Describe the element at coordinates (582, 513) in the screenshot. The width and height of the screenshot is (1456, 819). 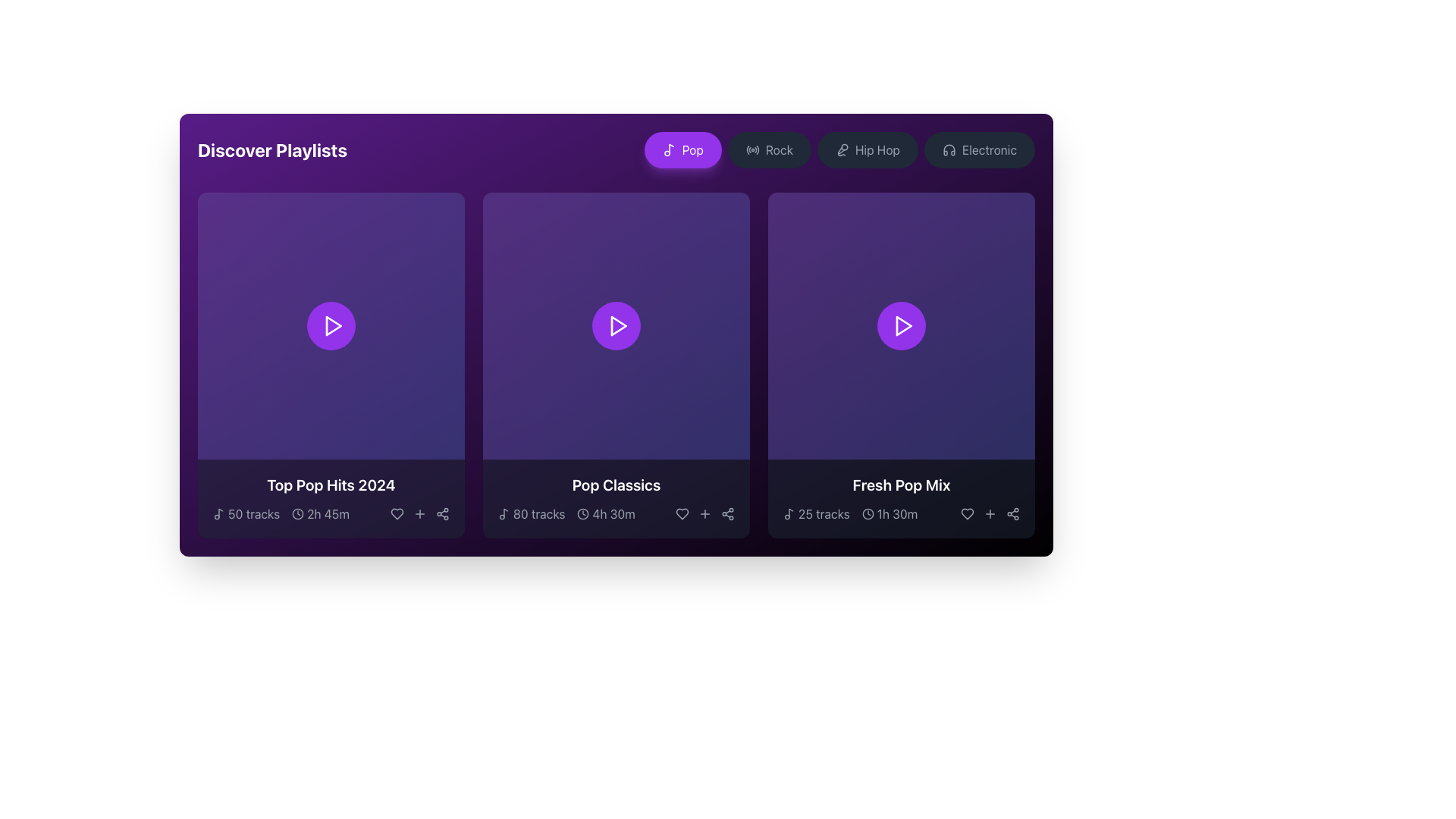
I see `circular outline icon representing a clock, located within the second playlist card, by clicking on it` at that location.